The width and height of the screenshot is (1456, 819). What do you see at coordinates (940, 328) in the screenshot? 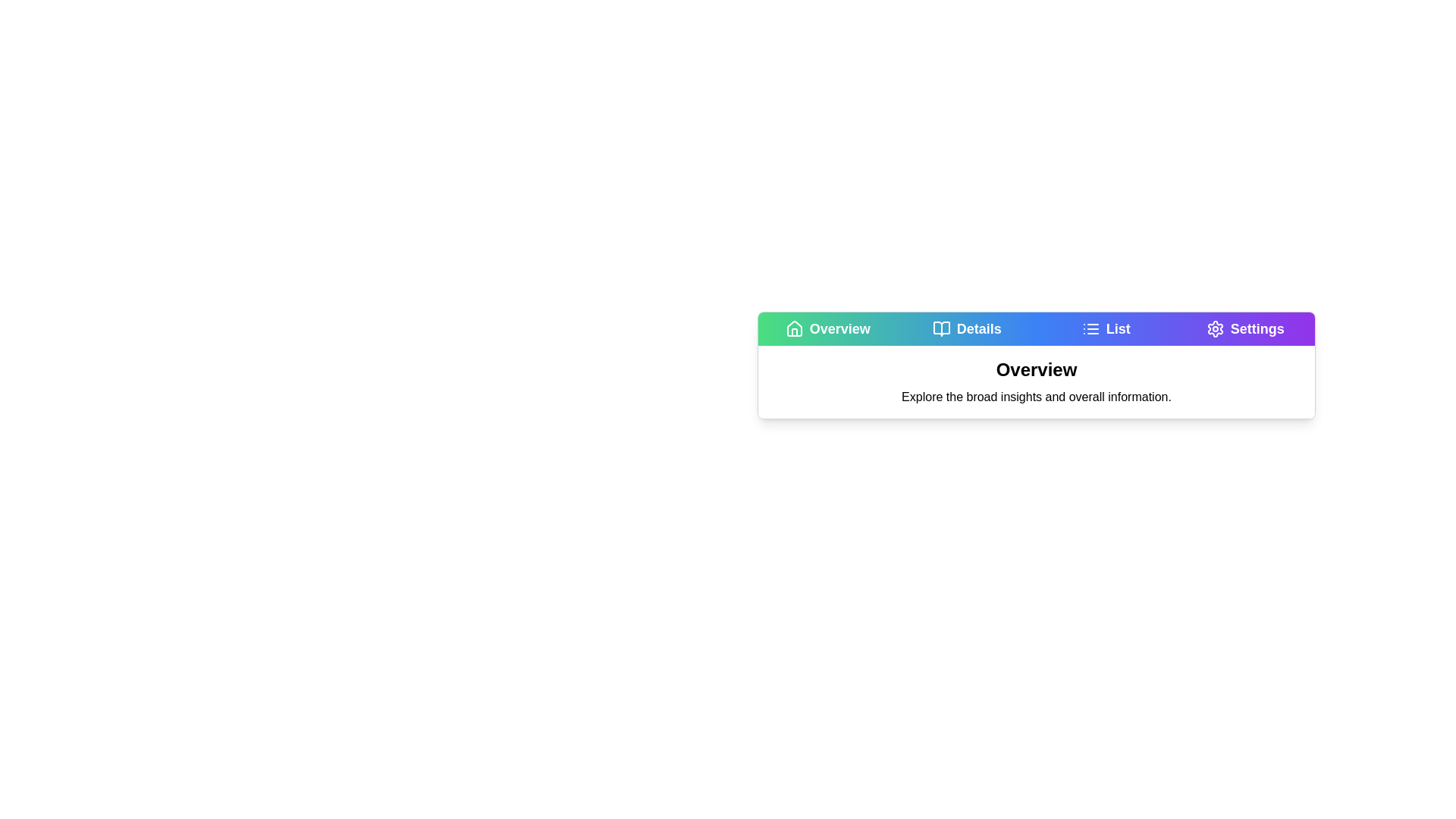
I see `the open book icon in the Details section of the navigation bar` at bounding box center [940, 328].